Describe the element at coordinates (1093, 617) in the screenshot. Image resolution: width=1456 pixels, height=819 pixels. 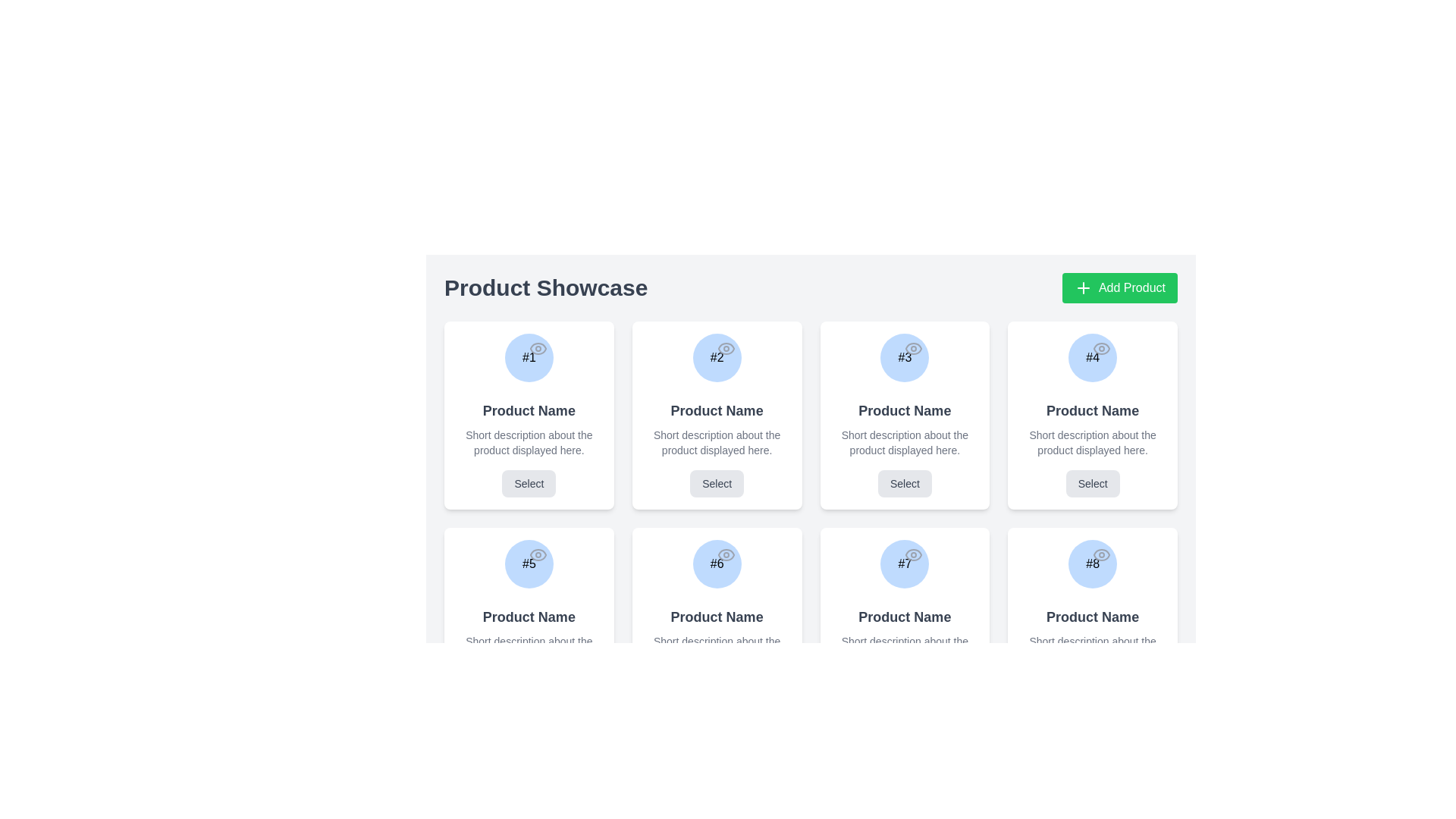
I see `the static text label displaying 'Product Name', which is styled in bold dark gray and is centrally positioned within its card layout` at that location.